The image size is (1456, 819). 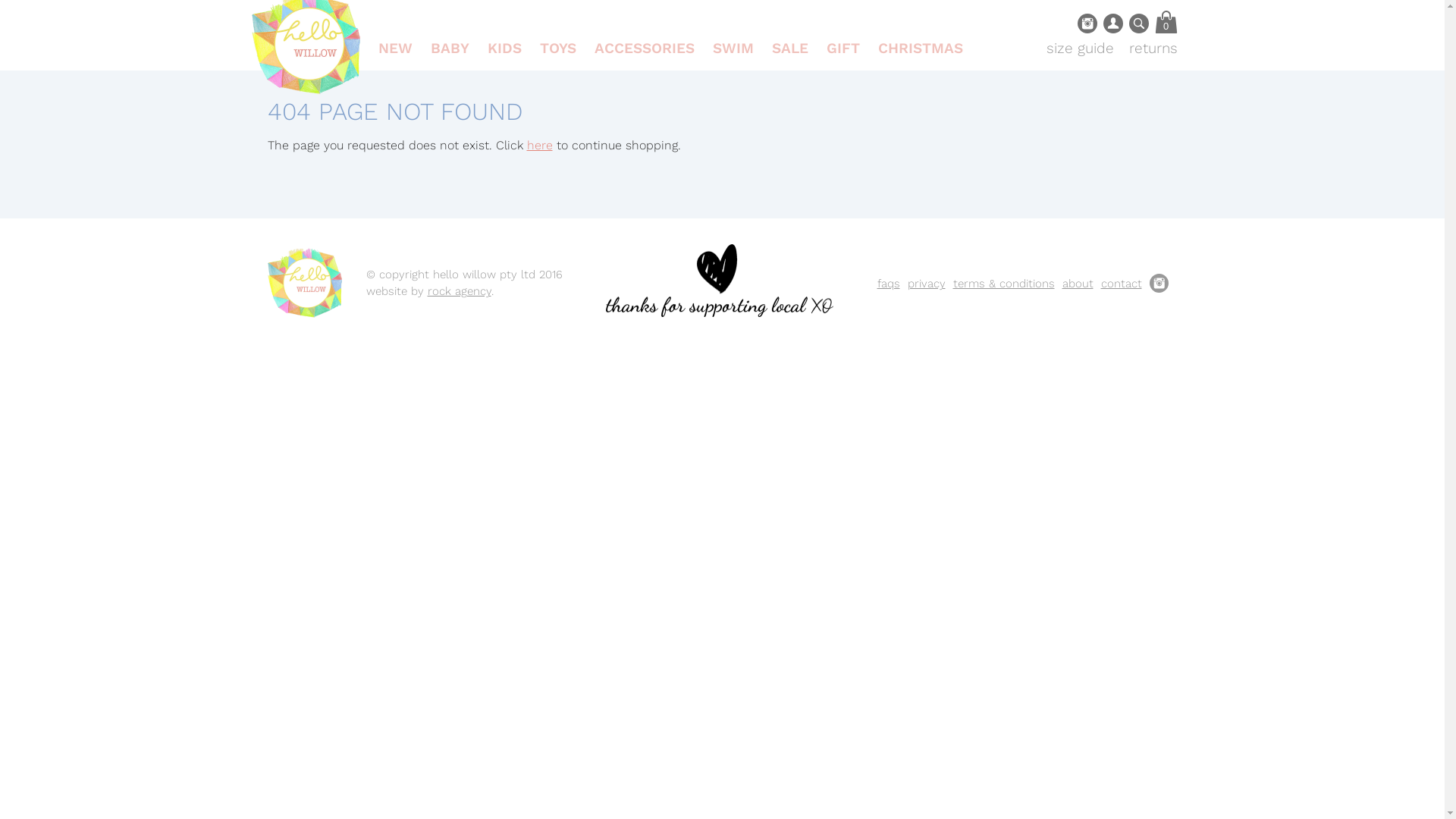 I want to click on 'here', so click(x=538, y=145).